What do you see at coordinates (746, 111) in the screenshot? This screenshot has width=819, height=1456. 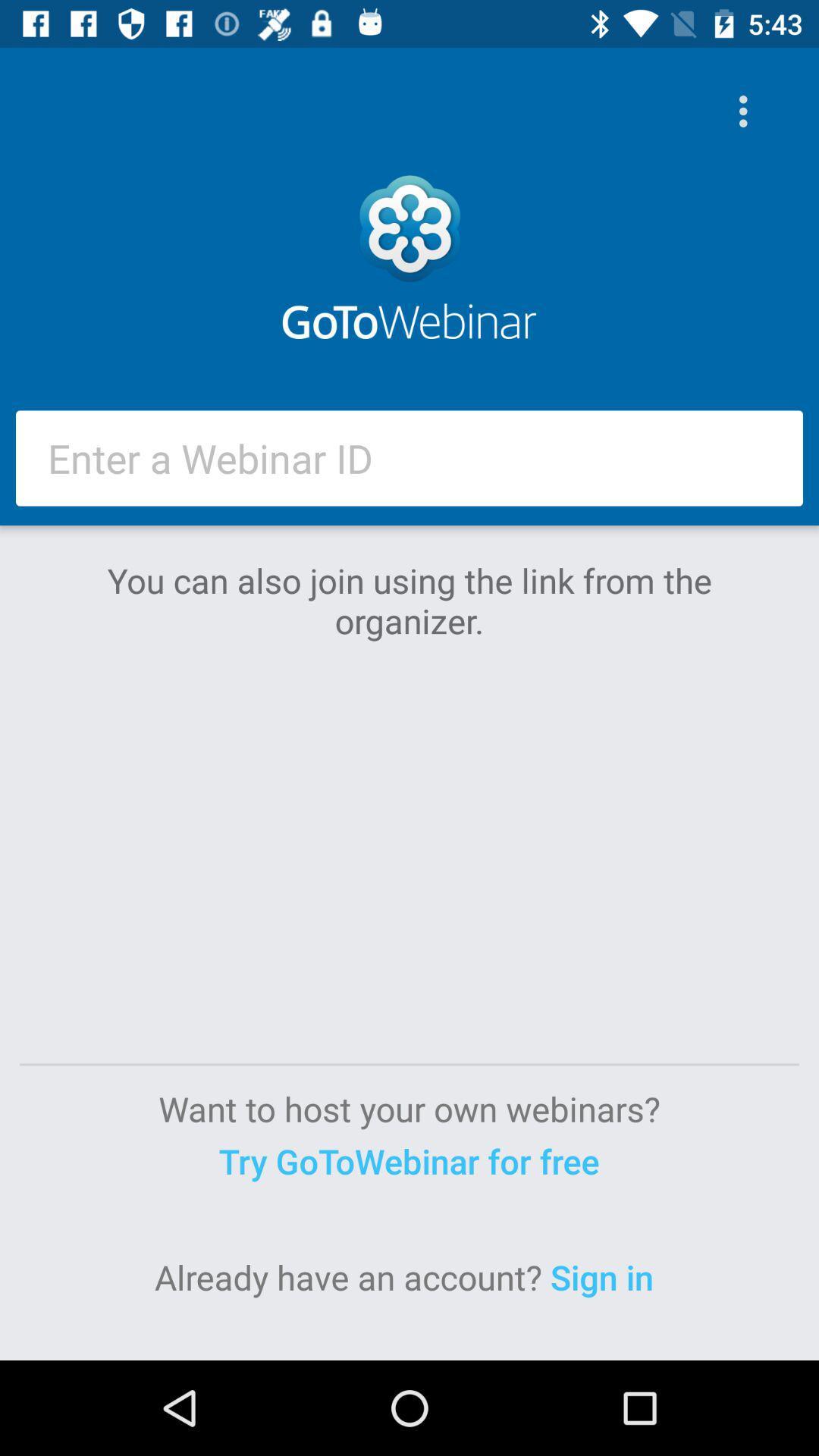 I see `item at the top right corner` at bounding box center [746, 111].